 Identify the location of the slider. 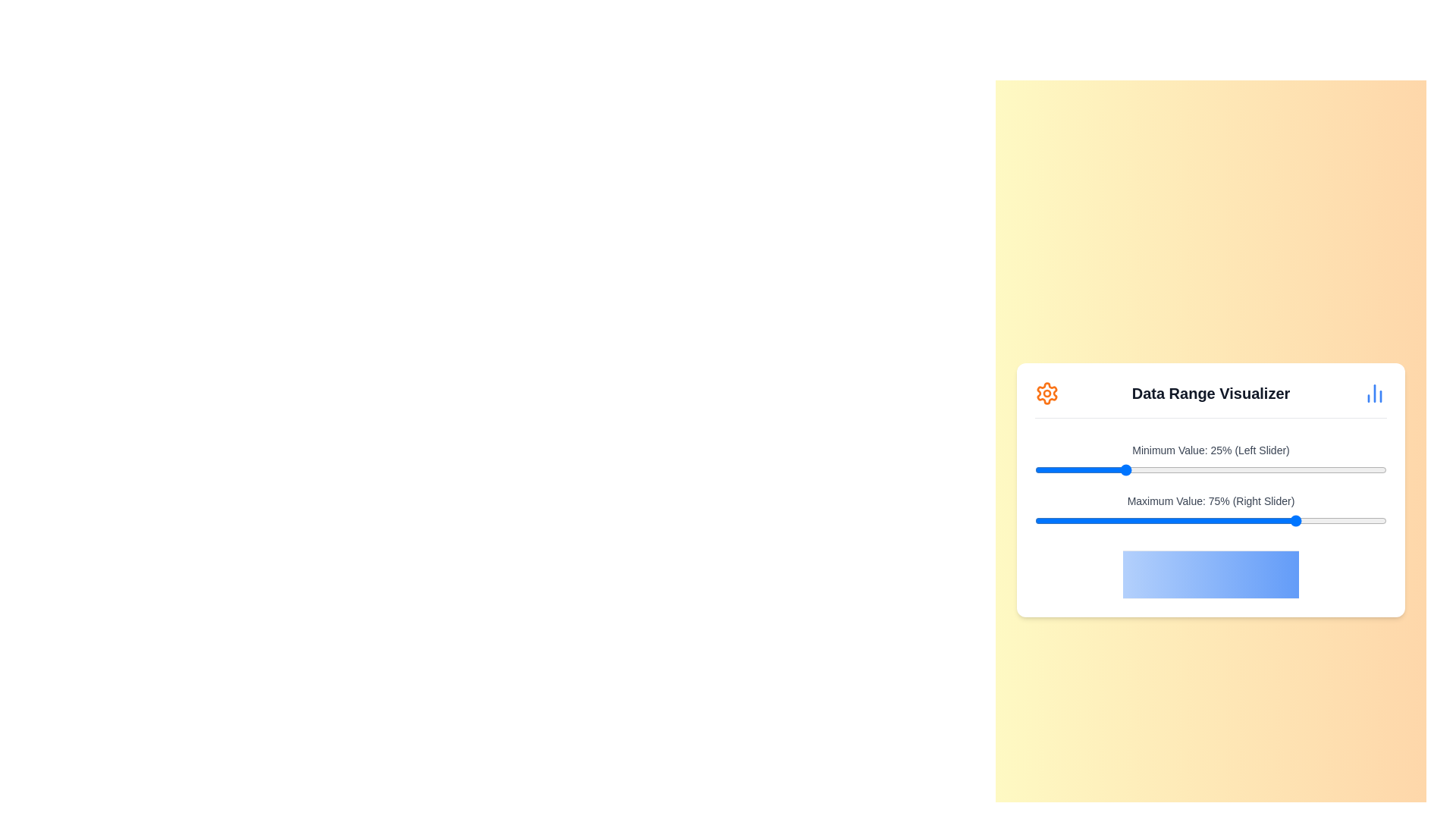
(1200, 519).